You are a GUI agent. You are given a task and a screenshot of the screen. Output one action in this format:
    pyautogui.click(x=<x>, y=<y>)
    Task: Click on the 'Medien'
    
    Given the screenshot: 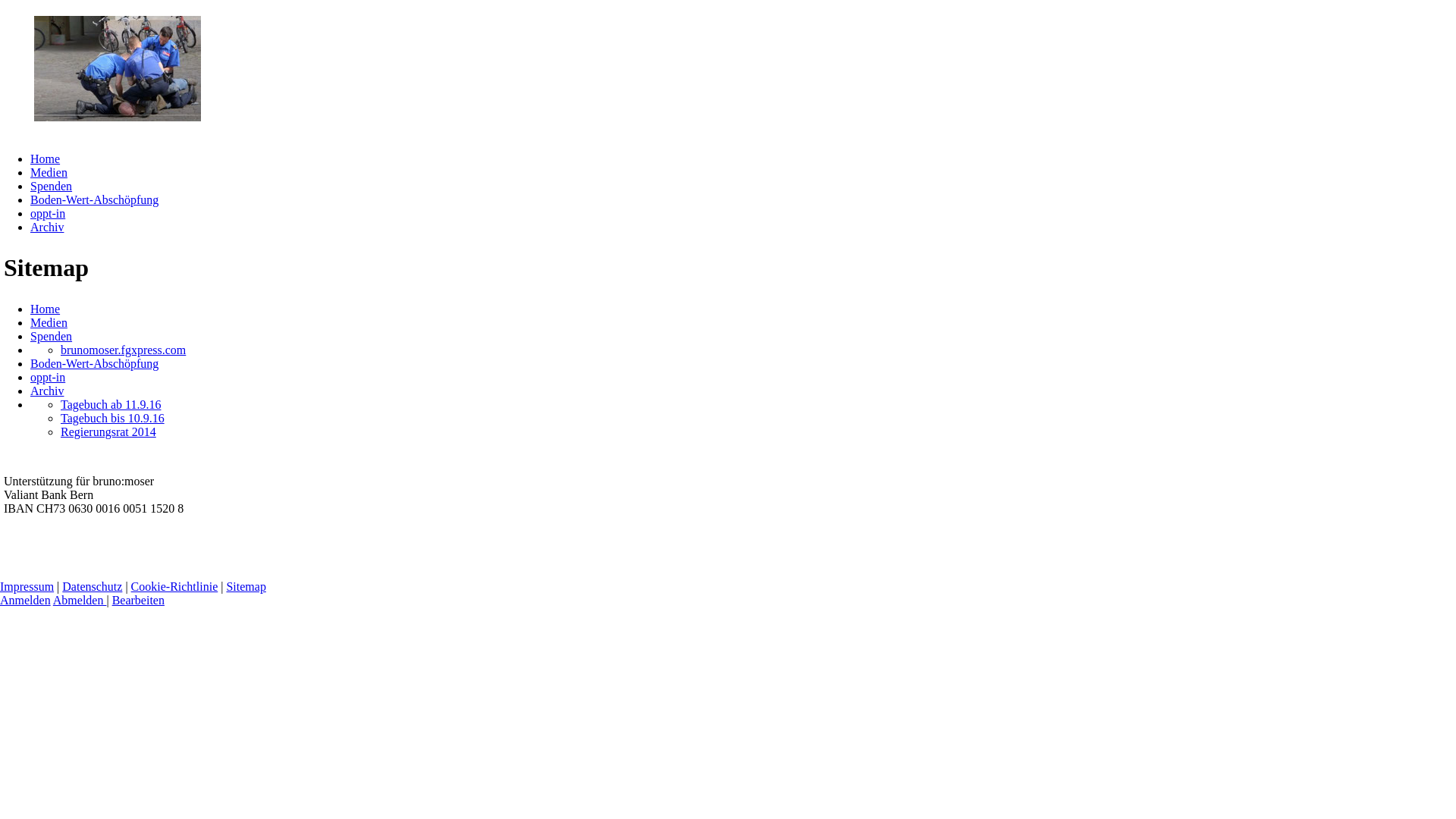 What is the action you would take?
    pyautogui.click(x=49, y=322)
    